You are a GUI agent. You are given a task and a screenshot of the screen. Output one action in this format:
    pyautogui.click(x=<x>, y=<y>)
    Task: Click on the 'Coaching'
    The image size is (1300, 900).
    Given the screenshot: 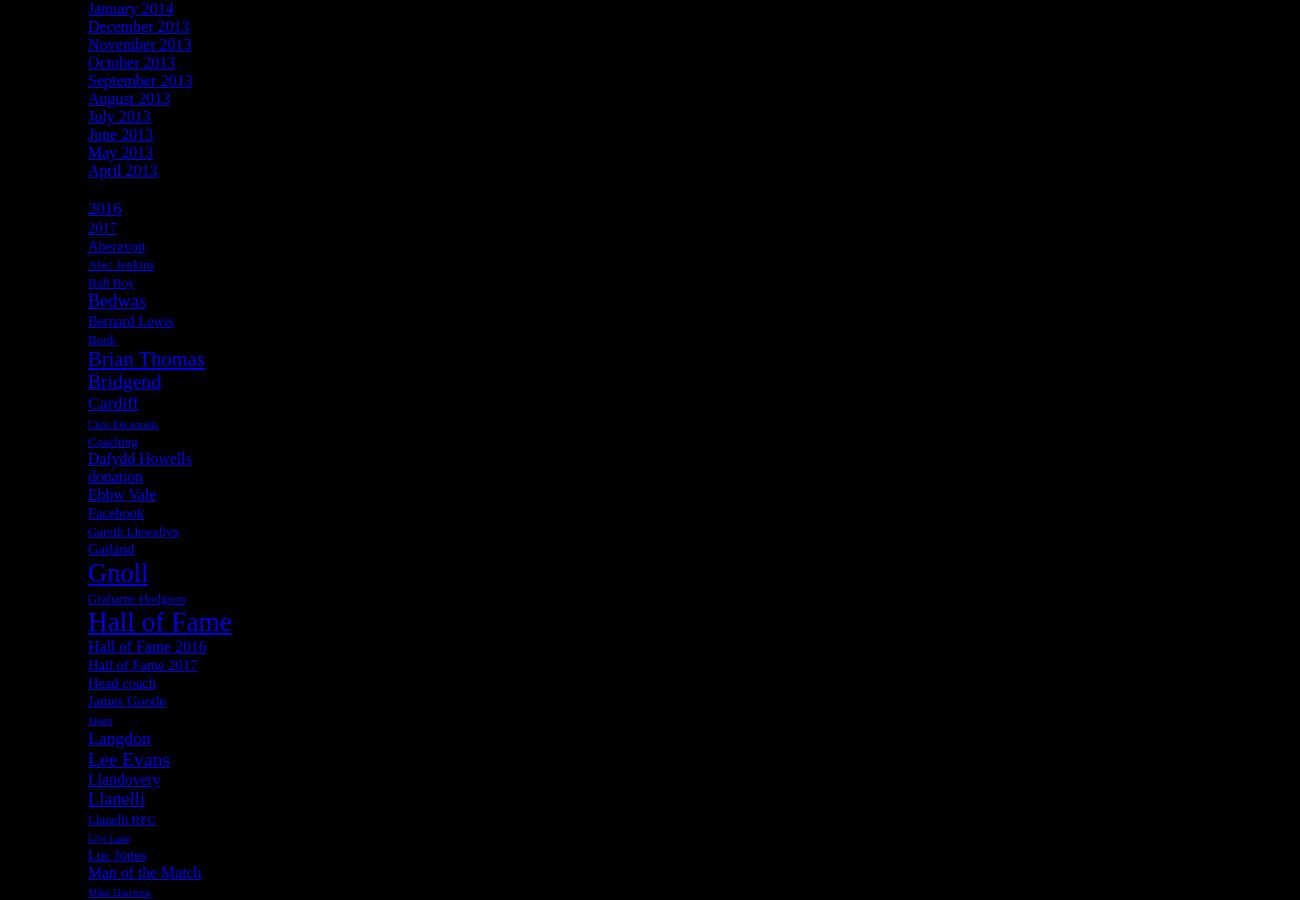 What is the action you would take?
    pyautogui.click(x=111, y=440)
    